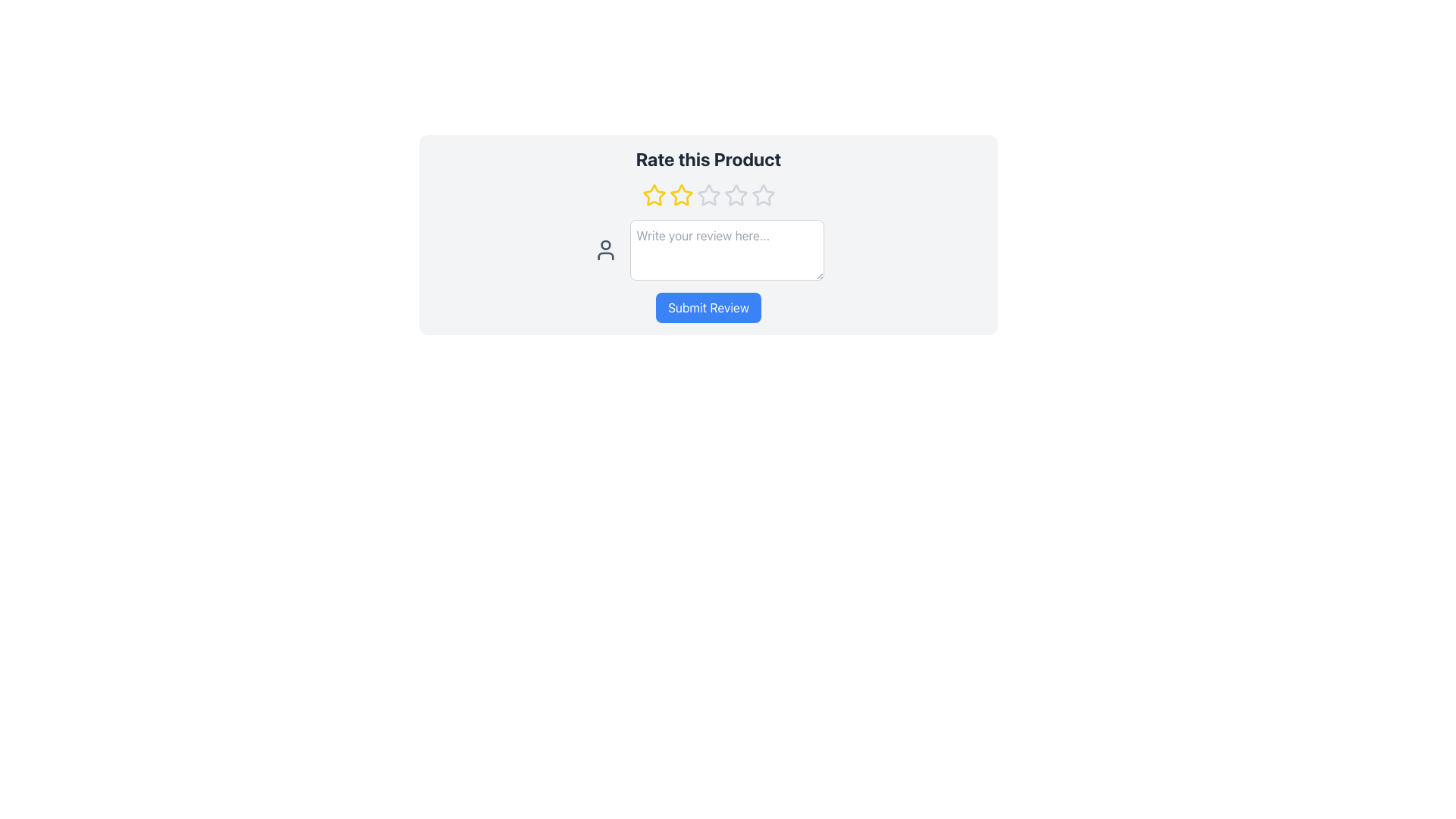 This screenshot has width=1456, height=819. What do you see at coordinates (736, 195) in the screenshot?
I see `the fifth star in the horizontal row of rating stars, which is light gray with a thin black border, without performing any interaction` at bounding box center [736, 195].